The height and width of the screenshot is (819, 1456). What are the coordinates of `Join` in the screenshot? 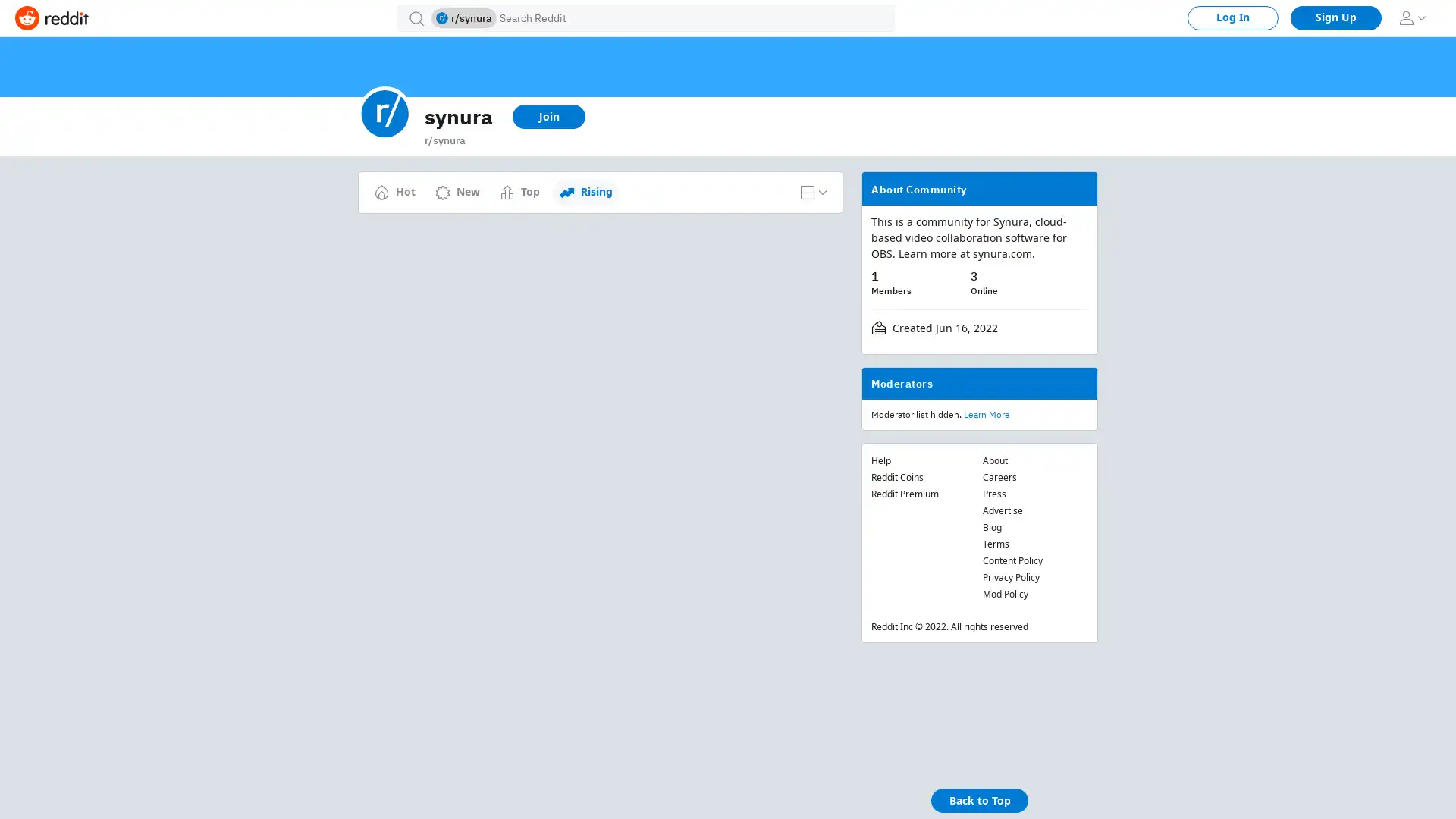 It's located at (548, 116).